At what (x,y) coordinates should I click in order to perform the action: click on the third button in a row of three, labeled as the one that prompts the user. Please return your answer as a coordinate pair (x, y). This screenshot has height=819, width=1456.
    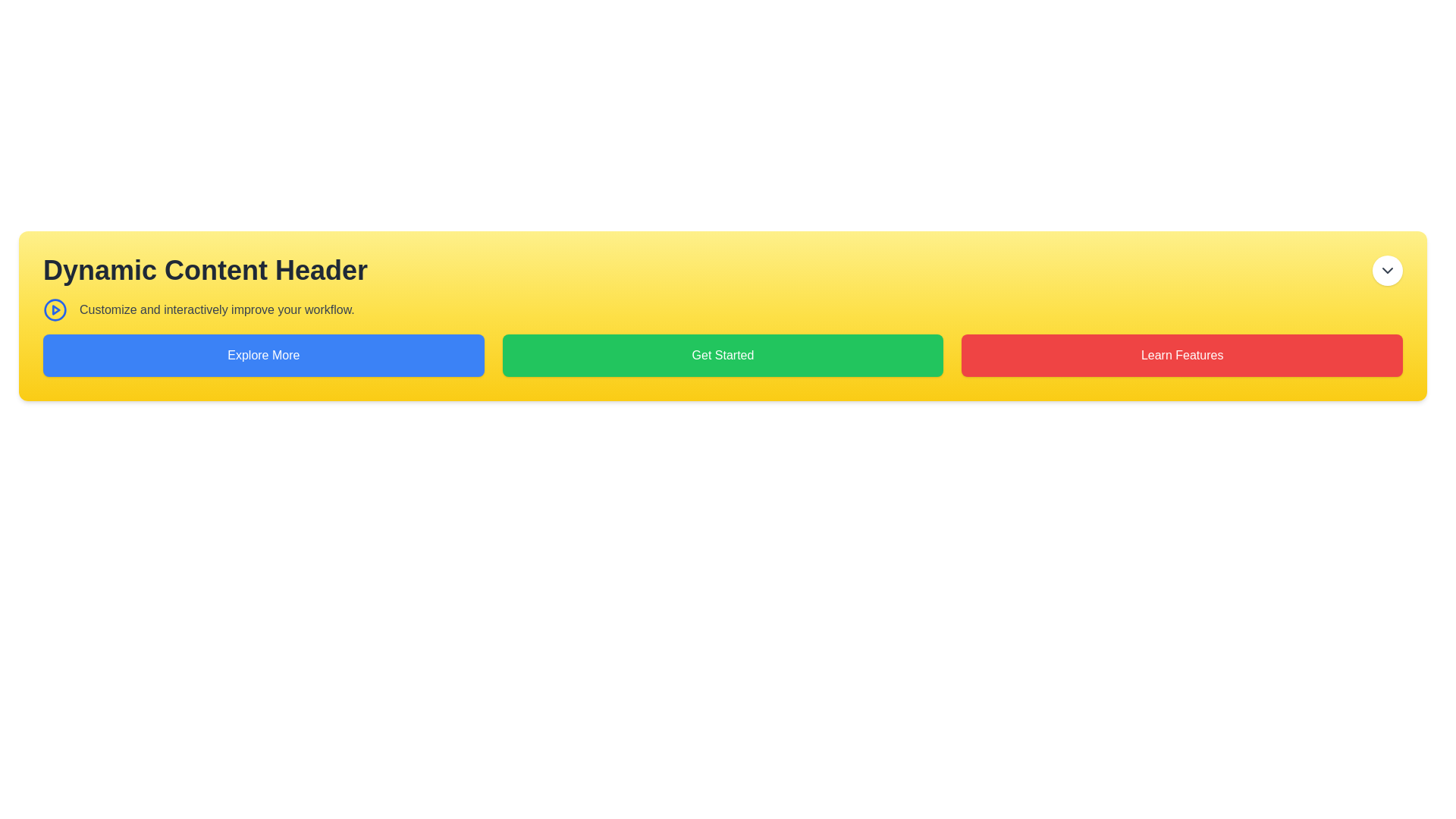
    Looking at the image, I should click on (1181, 356).